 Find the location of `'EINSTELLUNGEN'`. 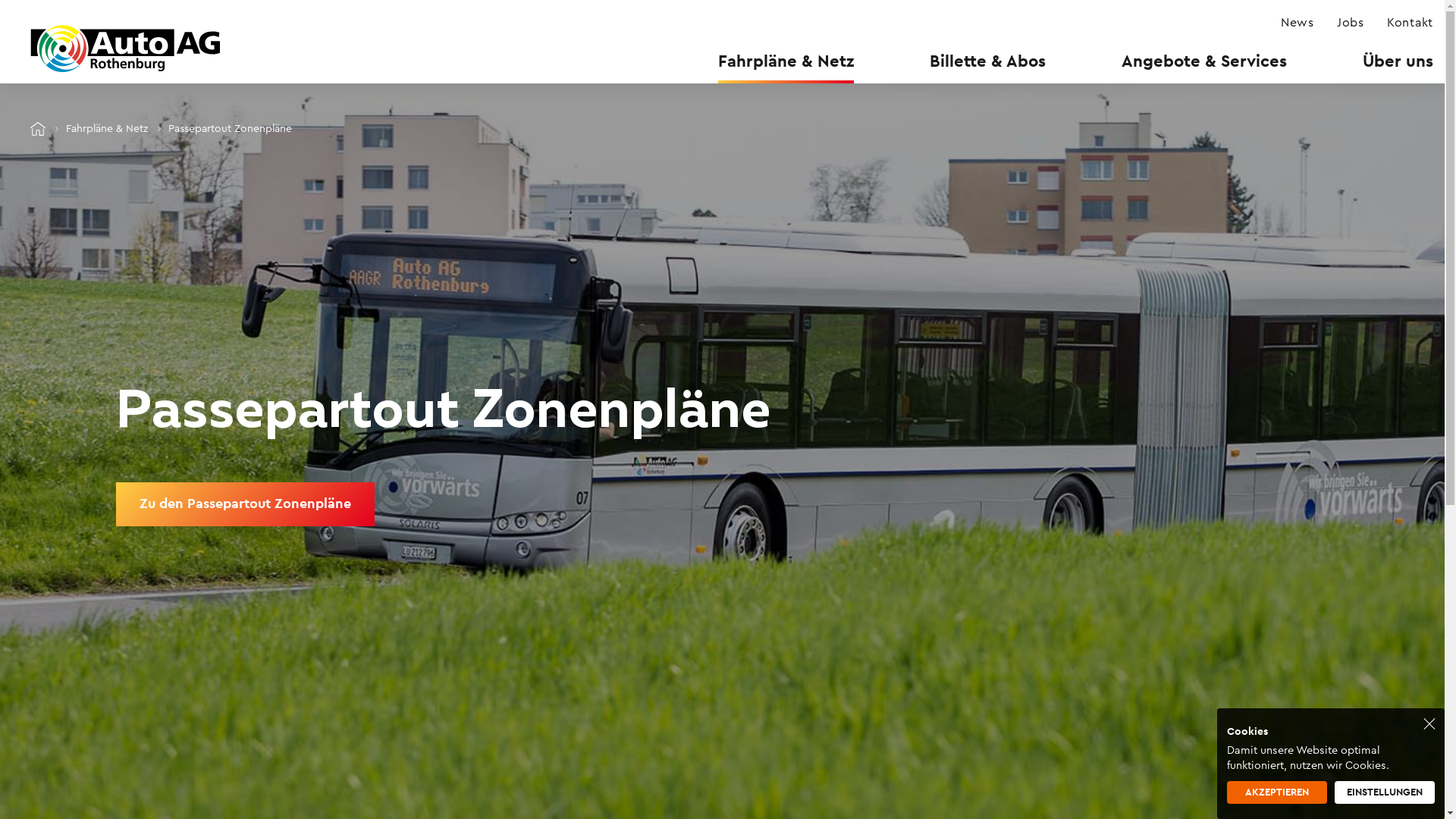

'EINSTELLUNGEN' is located at coordinates (1384, 792).